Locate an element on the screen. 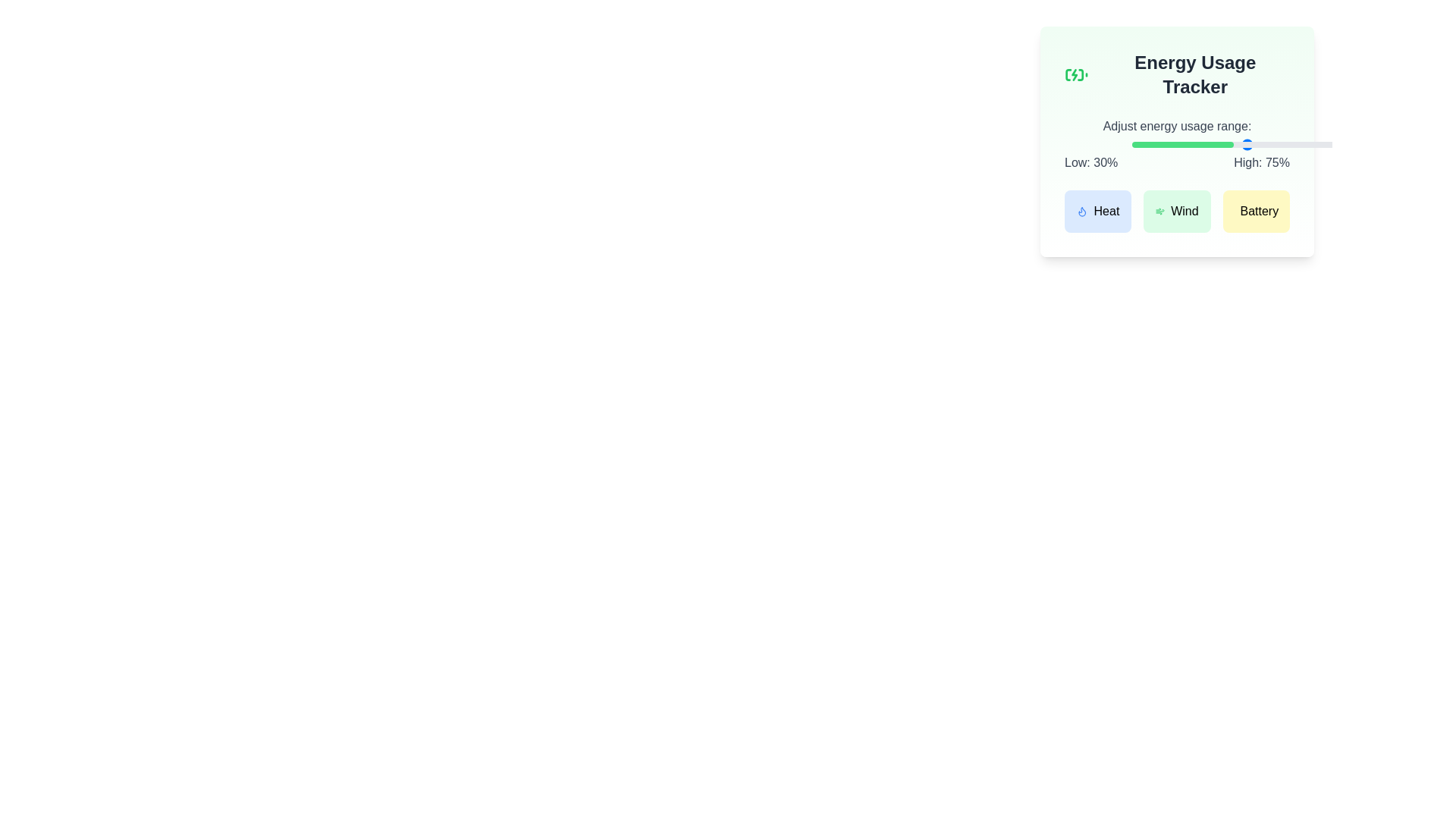 The image size is (1456, 819). the 'Heat' energy category button located in the bottom left of the 'Energy Usage Tracker' card is located at coordinates (1106, 211).